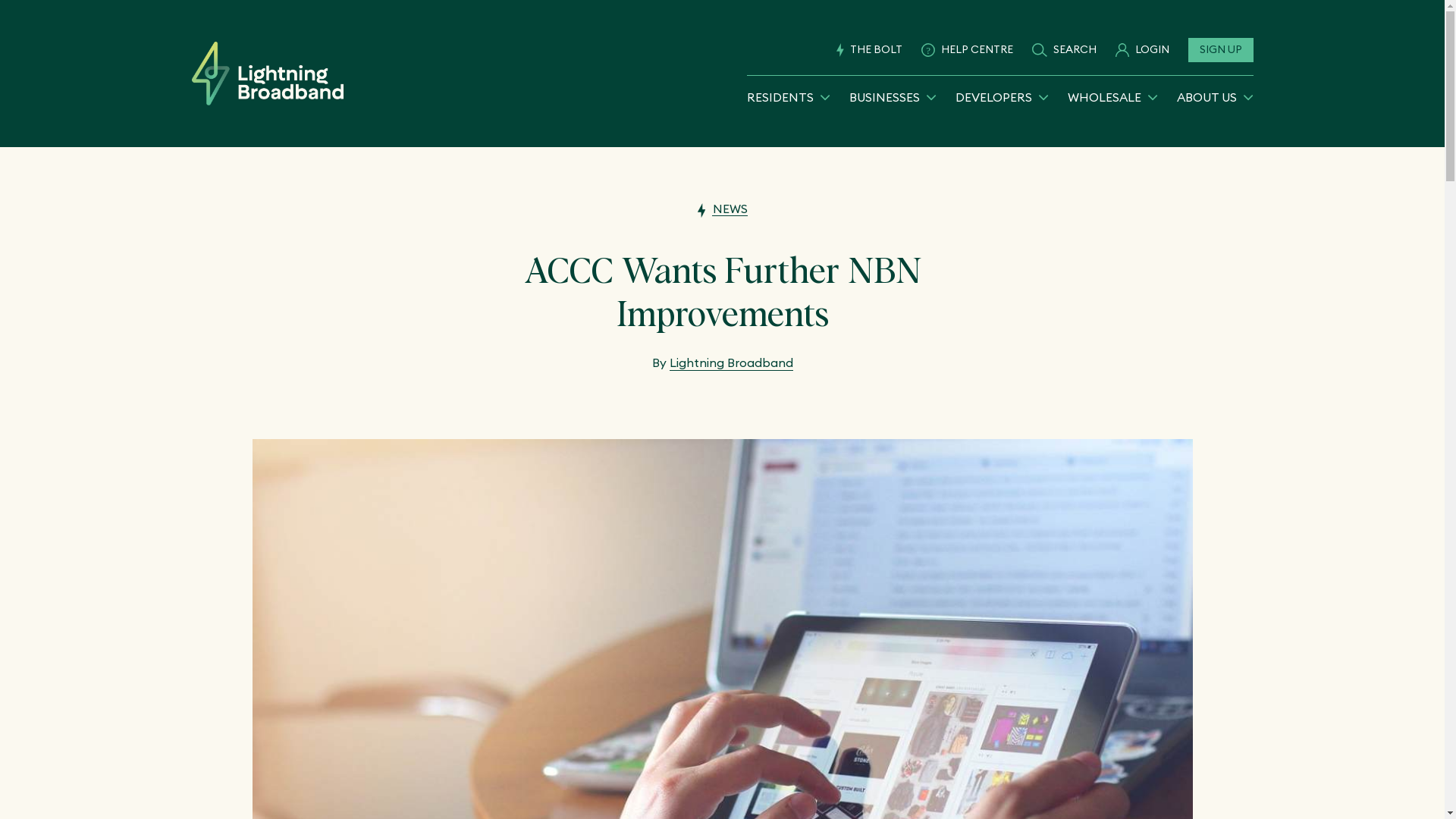 The width and height of the screenshot is (1456, 819). Describe the element at coordinates (966, 49) in the screenshot. I see `'?` at that location.